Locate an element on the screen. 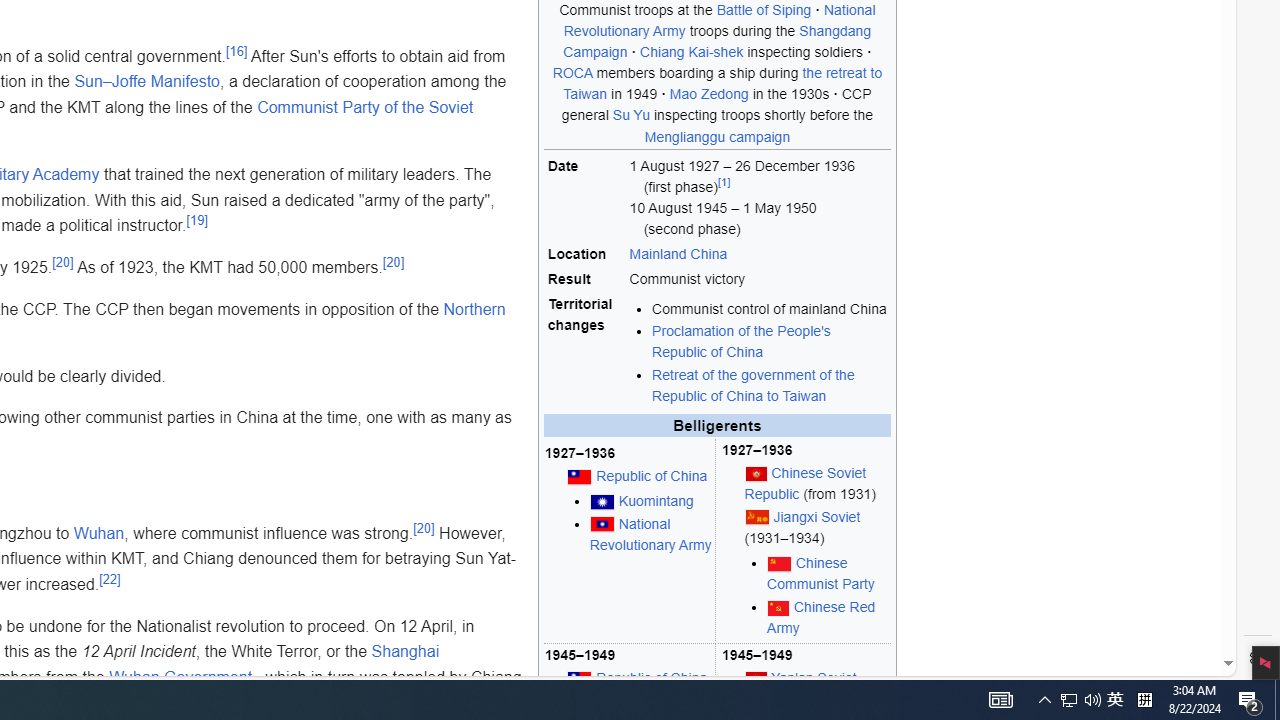 Image resolution: width=1280 pixels, height=720 pixels. ' Kuomintang' is located at coordinates (652, 500).